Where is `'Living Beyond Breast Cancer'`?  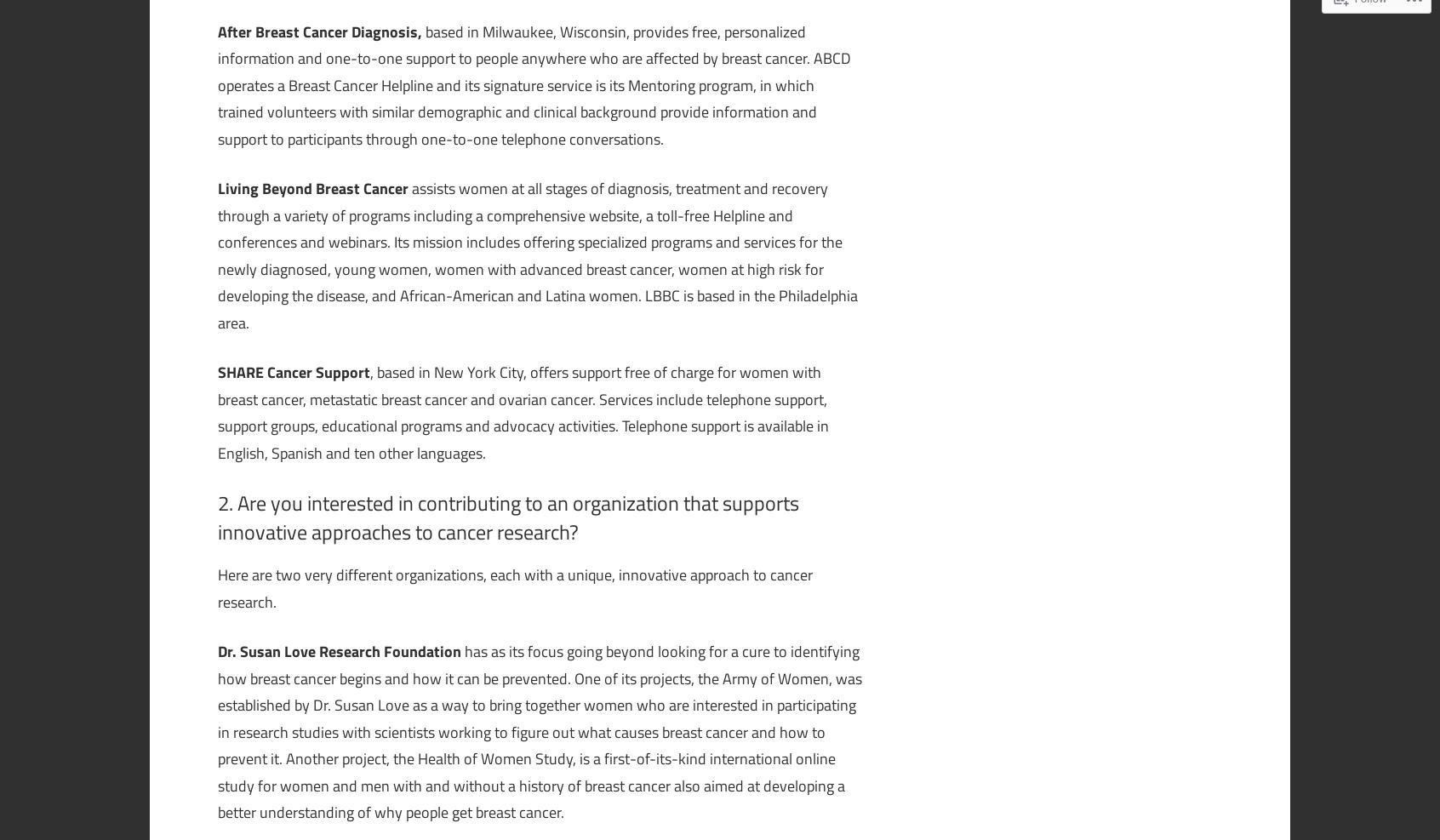 'Living Beyond Breast Cancer' is located at coordinates (315, 188).